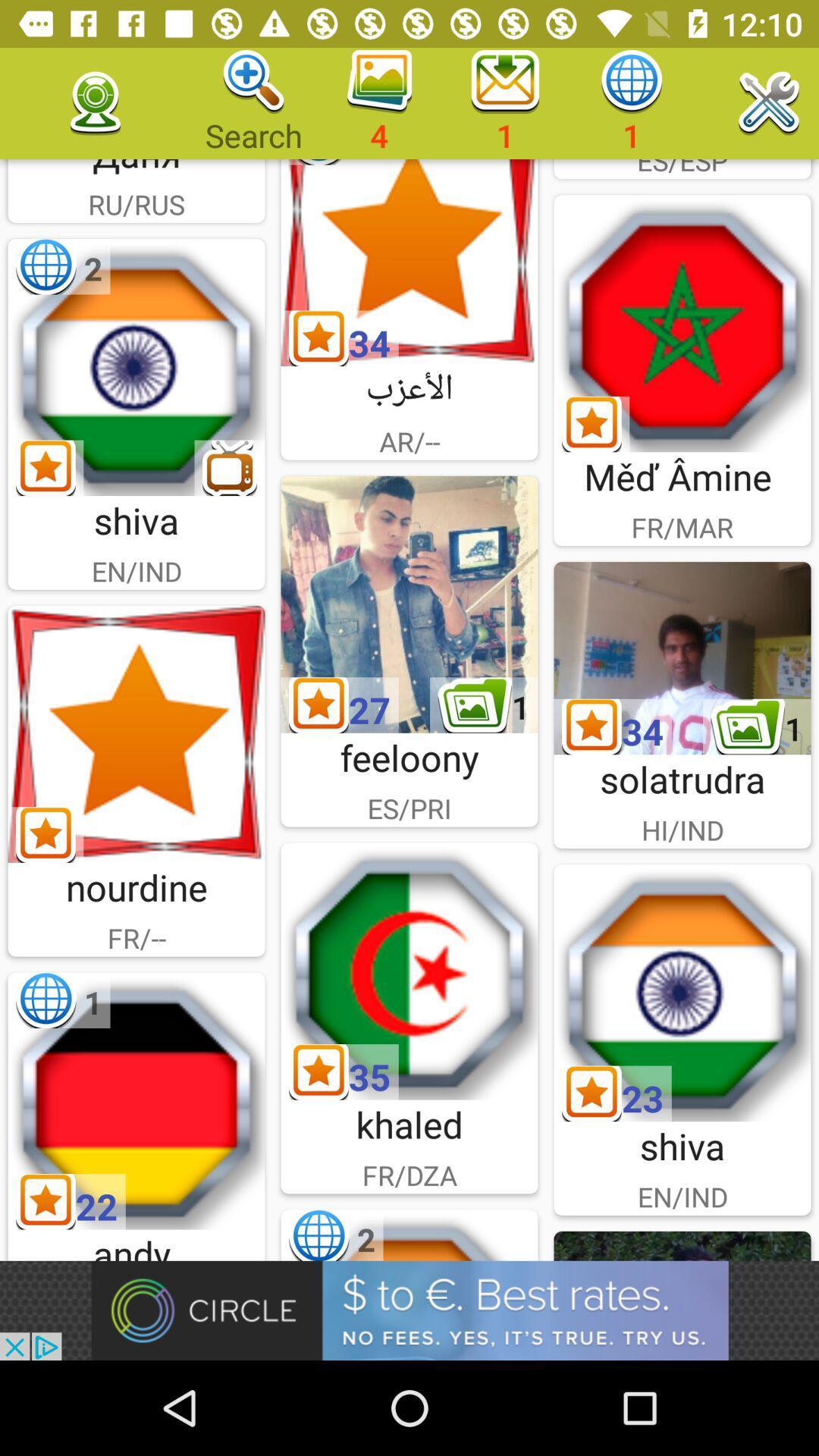 The image size is (819, 1456). What do you see at coordinates (681, 658) in the screenshot?
I see `show detail` at bounding box center [681, 658].